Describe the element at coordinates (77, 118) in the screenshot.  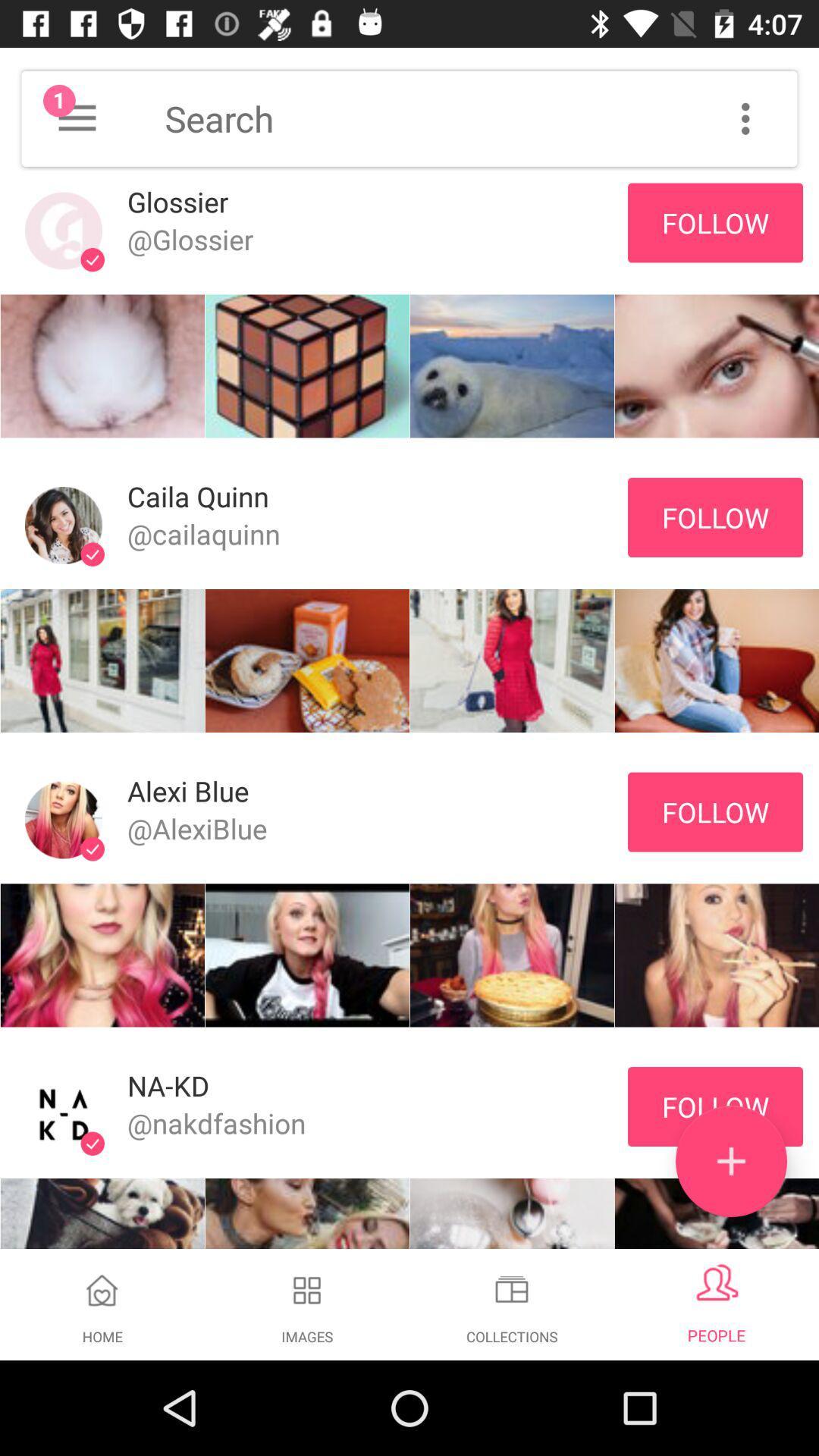
I see `menu drop down` at that location.